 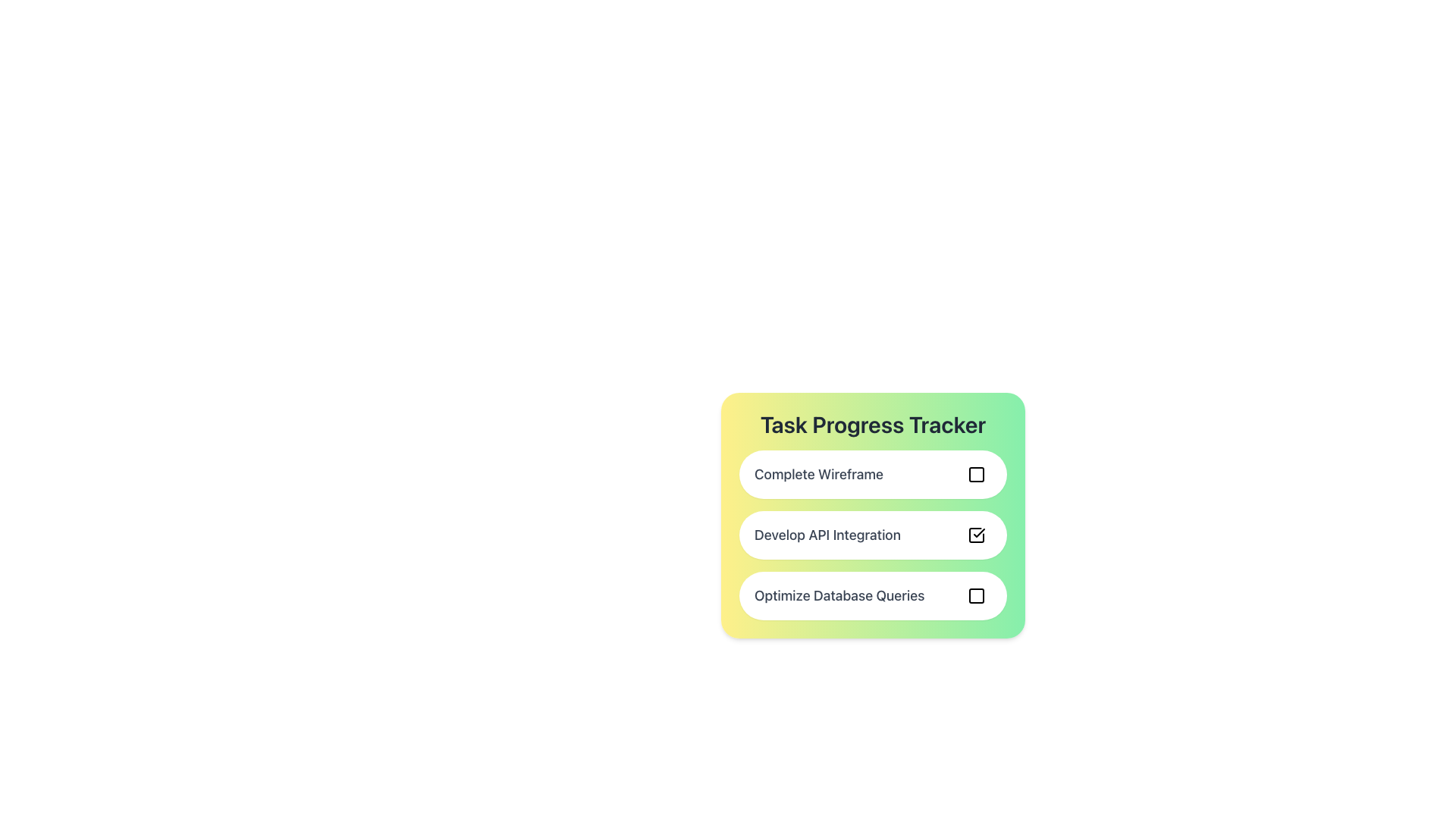 What do you see at coordinates (976, 534) in the screenshot?
I see `the checkbox with a bold black tick mark inside, located to the right of the label 'Develop API Integration' in the 'Task Progress Tracker' list` at bounding box center [976, 534].